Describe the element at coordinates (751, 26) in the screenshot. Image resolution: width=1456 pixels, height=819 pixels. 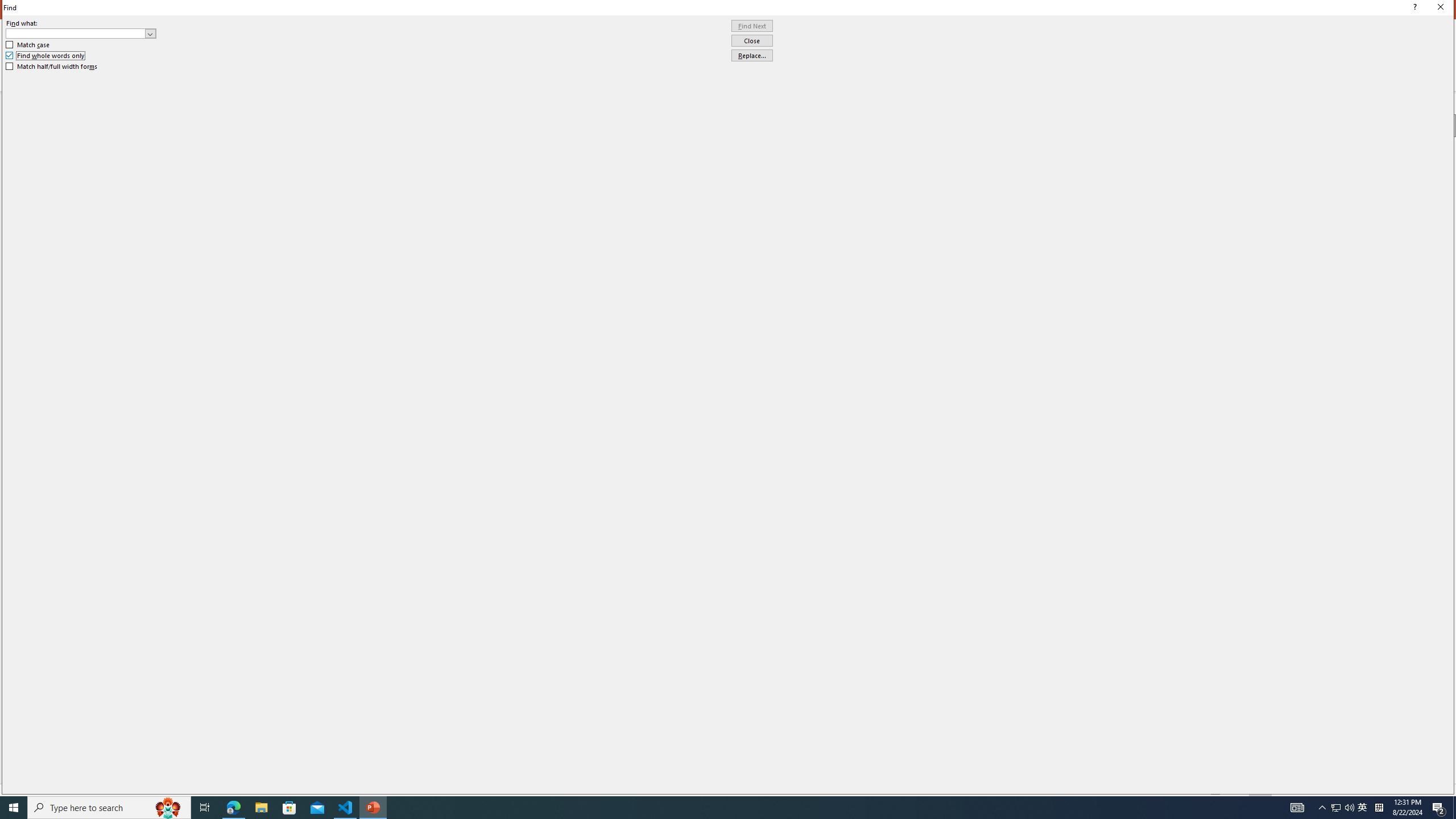
I see `'Find Next'` at that location.